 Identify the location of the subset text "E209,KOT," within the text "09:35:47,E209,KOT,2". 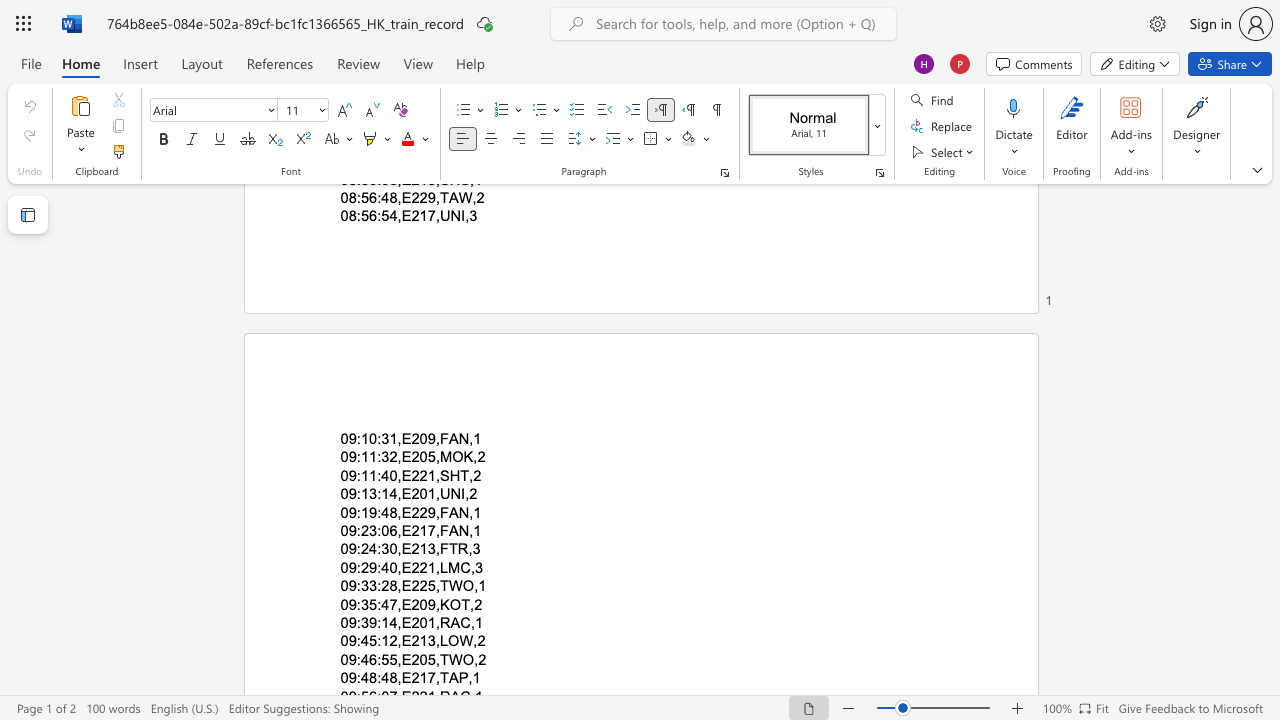
(400, 603).